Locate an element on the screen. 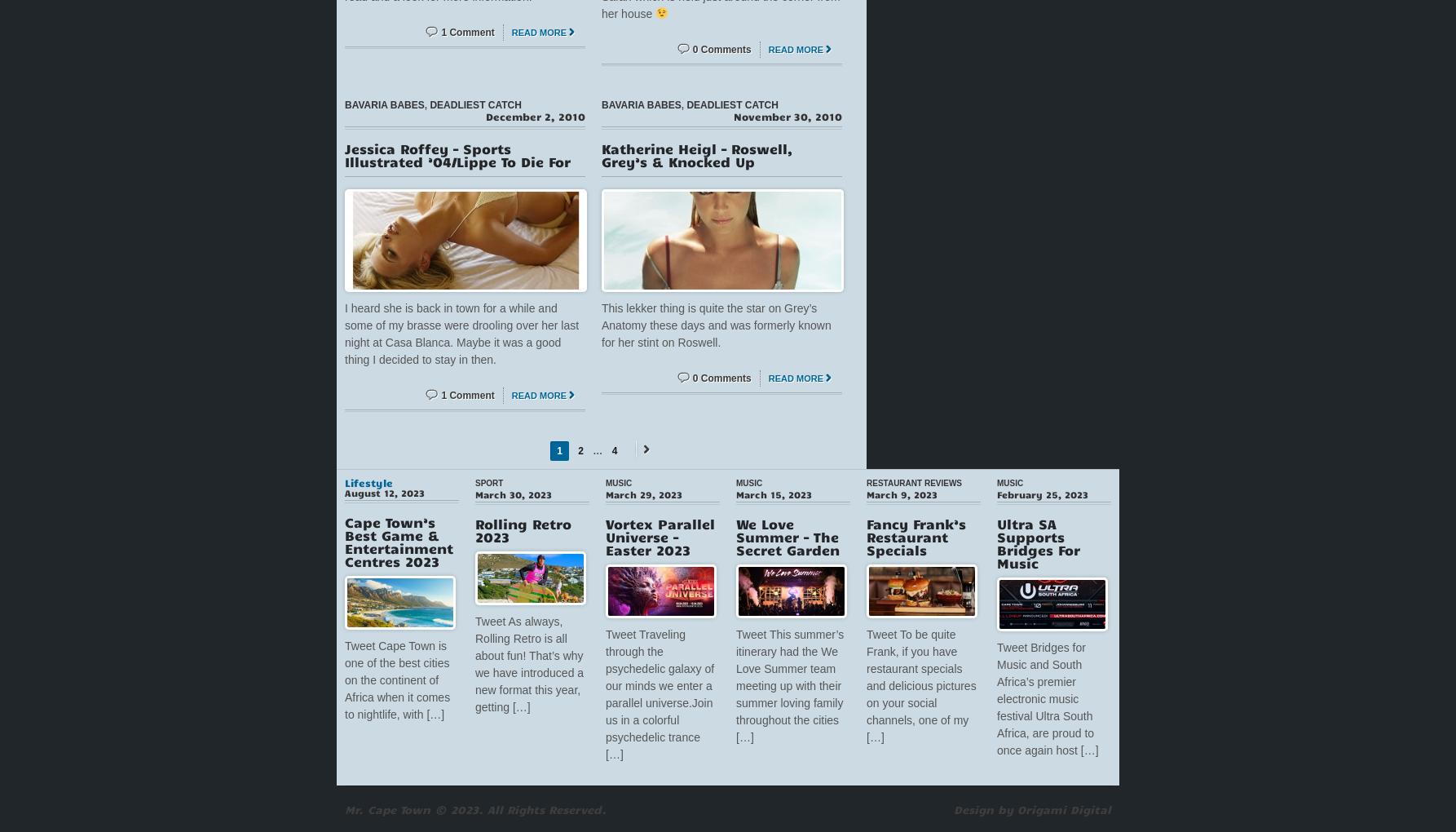 The image size is (1456, 832). 'Mr. Cape Town © 2023. All Rights Reserved.' is located at coordinates (474, 809).